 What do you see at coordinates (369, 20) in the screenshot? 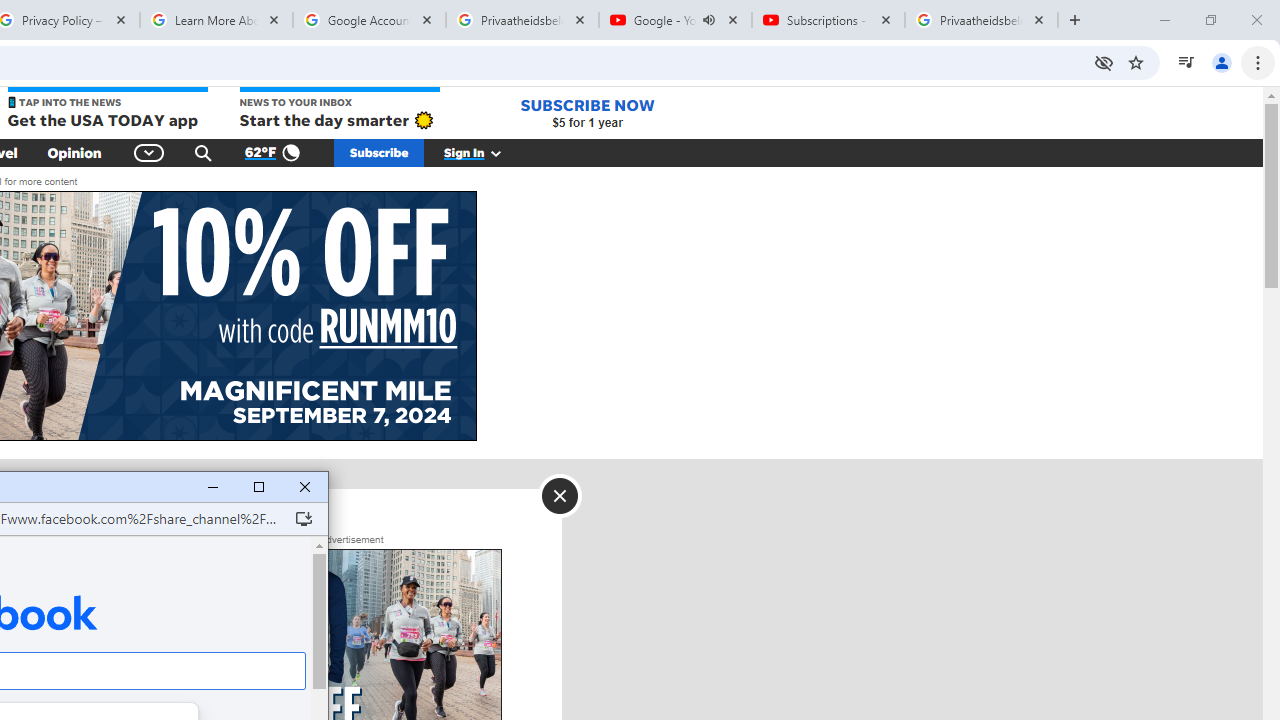
I see `'Google Account'` at bounding box center [369, 20].